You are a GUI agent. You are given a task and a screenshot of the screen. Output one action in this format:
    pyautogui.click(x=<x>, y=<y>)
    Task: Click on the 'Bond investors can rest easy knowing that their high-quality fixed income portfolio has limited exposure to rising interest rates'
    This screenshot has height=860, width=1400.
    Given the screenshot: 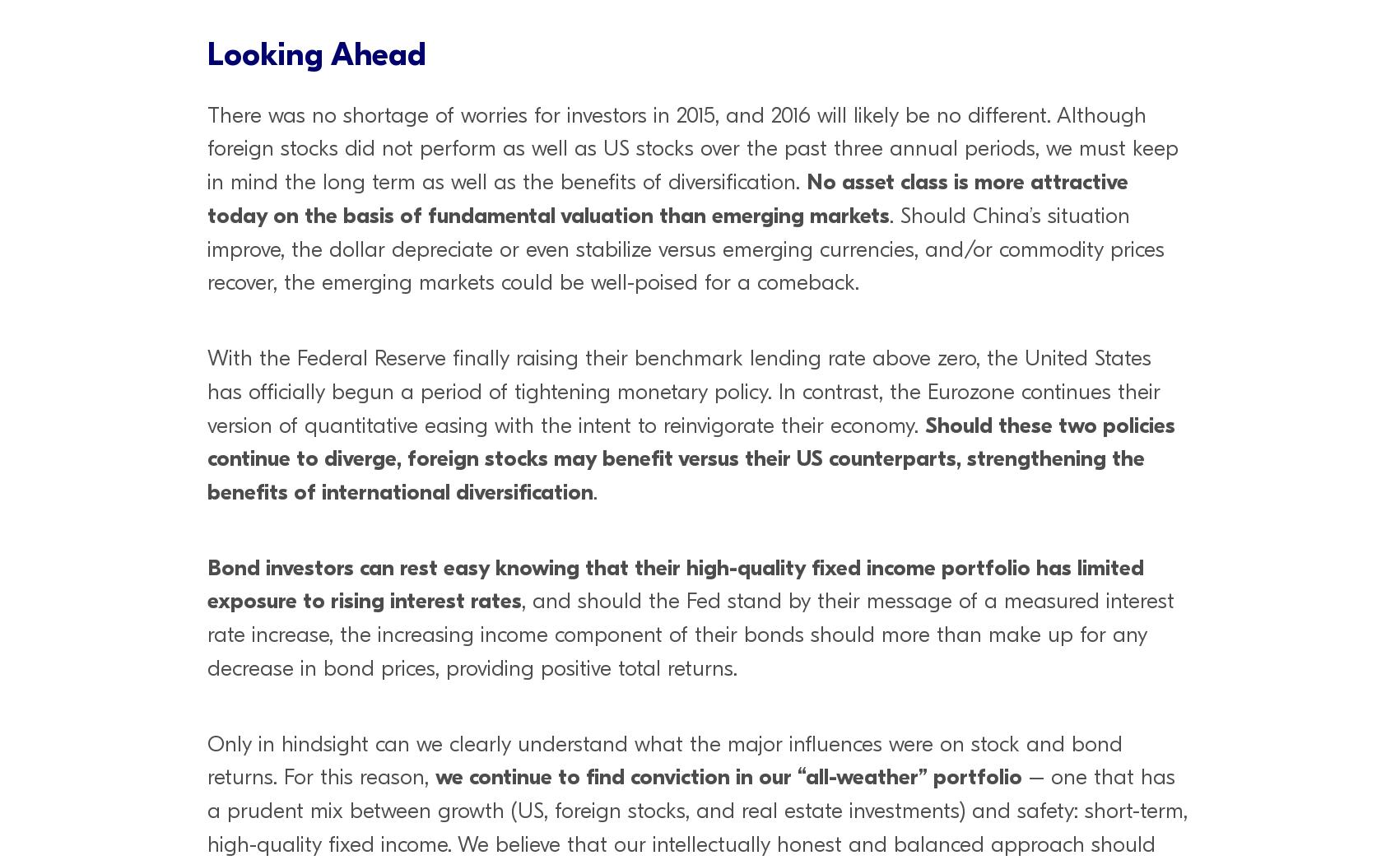 What is the action you would take?
    pyautogui.click(x=676, y=583)
    